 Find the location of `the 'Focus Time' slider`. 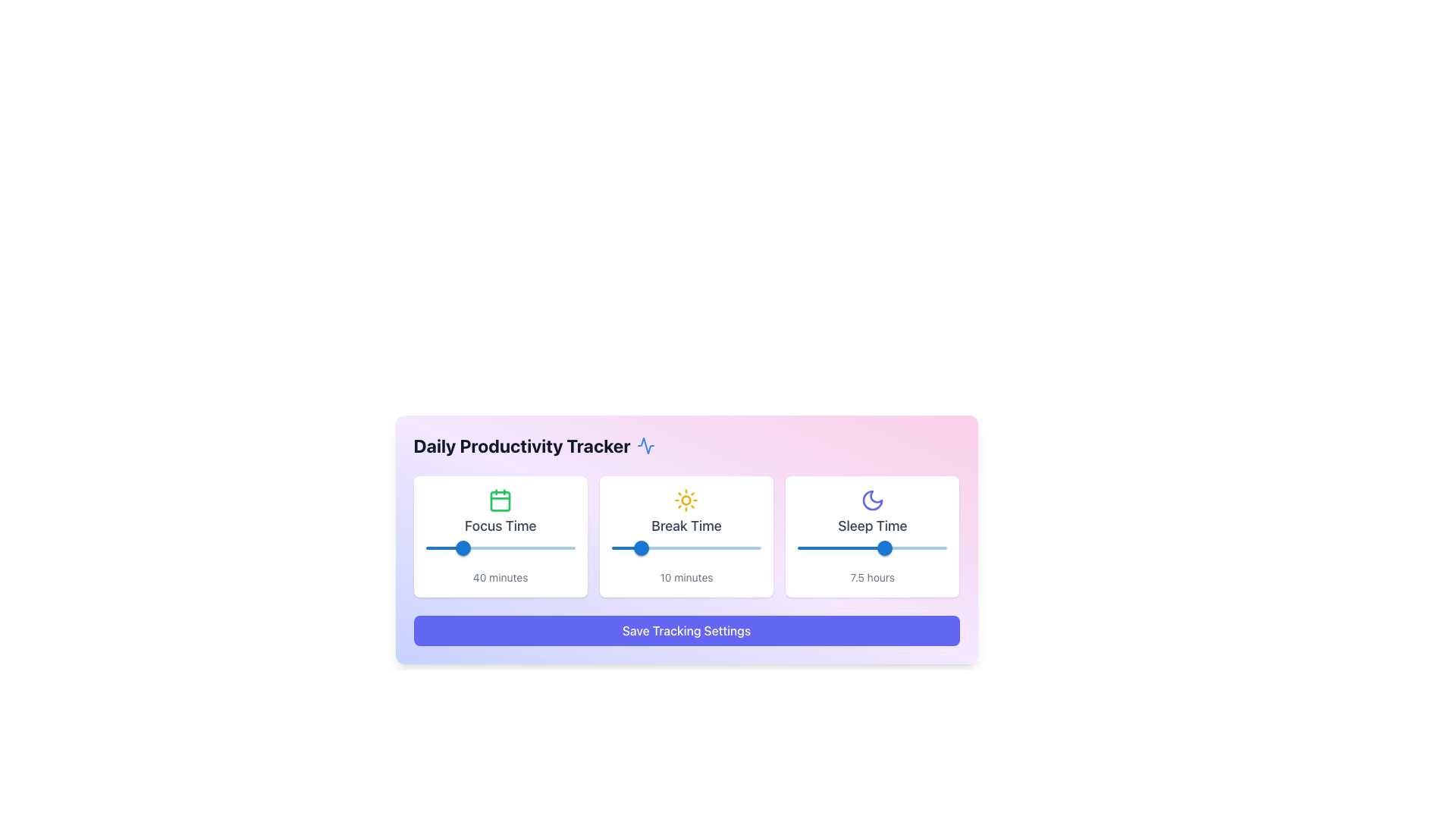

the 'Focus Time' slider is located at coordinates (452, 546).